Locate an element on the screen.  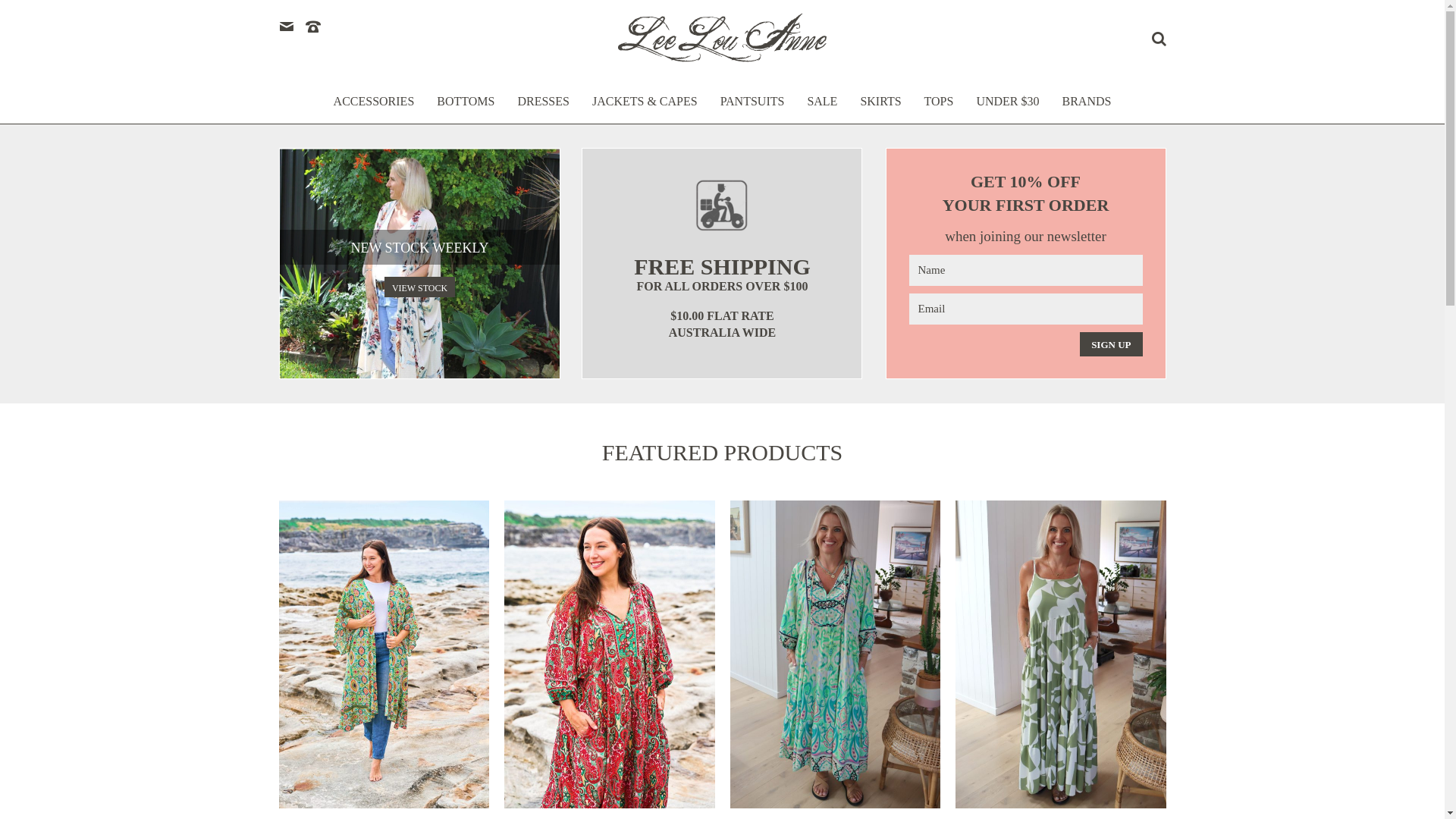
'Sign Up' is located at coordinates (1110, 344).